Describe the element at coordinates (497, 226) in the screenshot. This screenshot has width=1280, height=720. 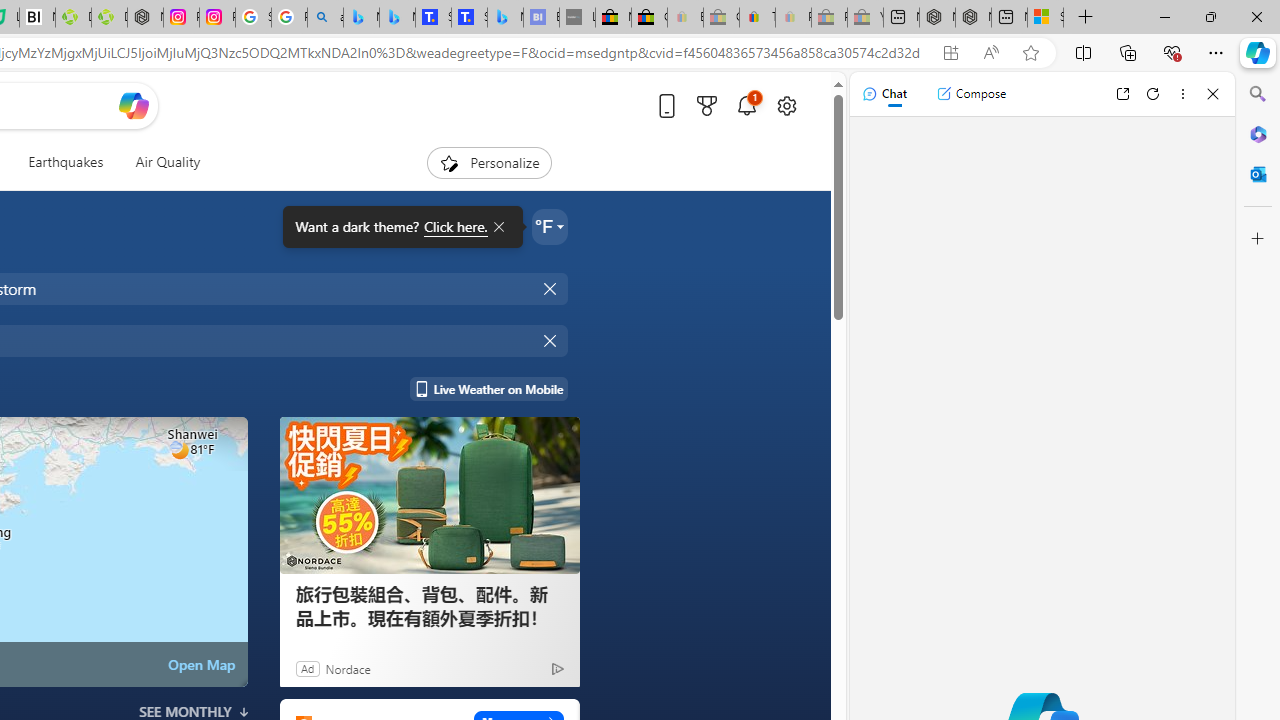
I see `'Class: BubbleMessageCloseIcon-DS-EntryPoint1-1'` at that location.